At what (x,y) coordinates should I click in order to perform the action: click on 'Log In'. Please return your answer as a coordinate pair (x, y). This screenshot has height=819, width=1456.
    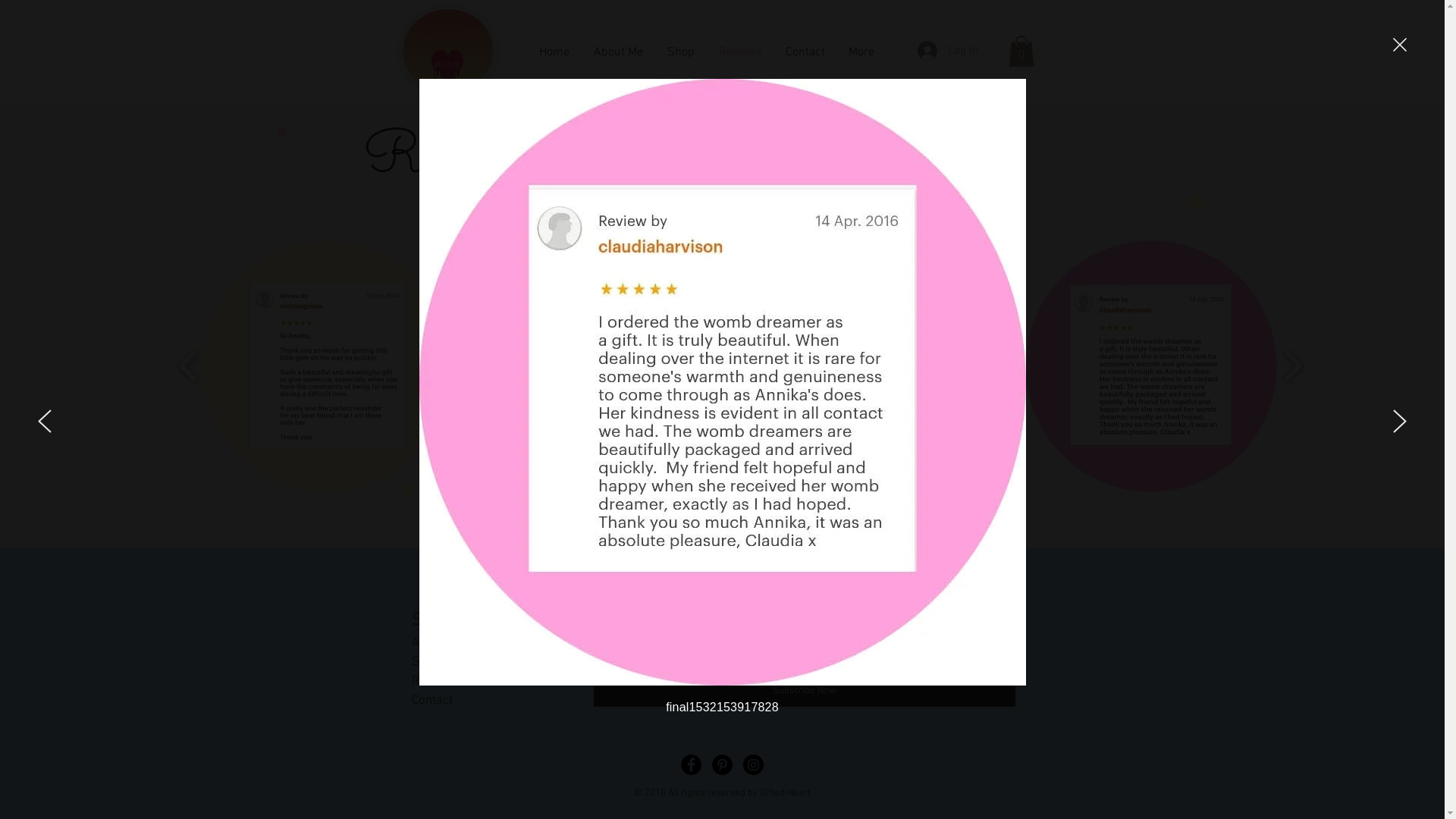
    Looking at the image, I should click on (947, 49).